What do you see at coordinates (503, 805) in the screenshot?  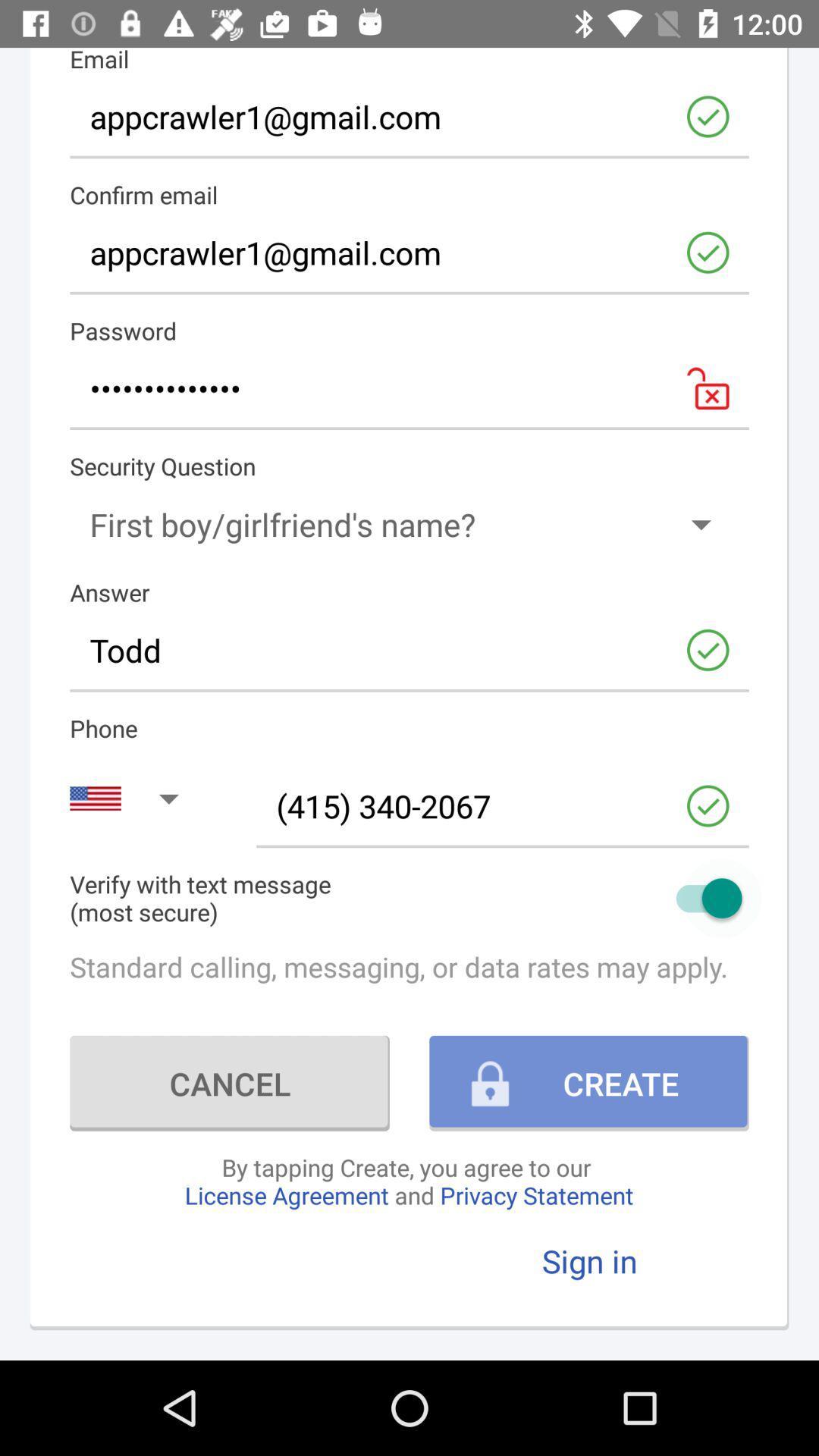 I see `the item above the verify with text icon` at bounding box center [503, 805].